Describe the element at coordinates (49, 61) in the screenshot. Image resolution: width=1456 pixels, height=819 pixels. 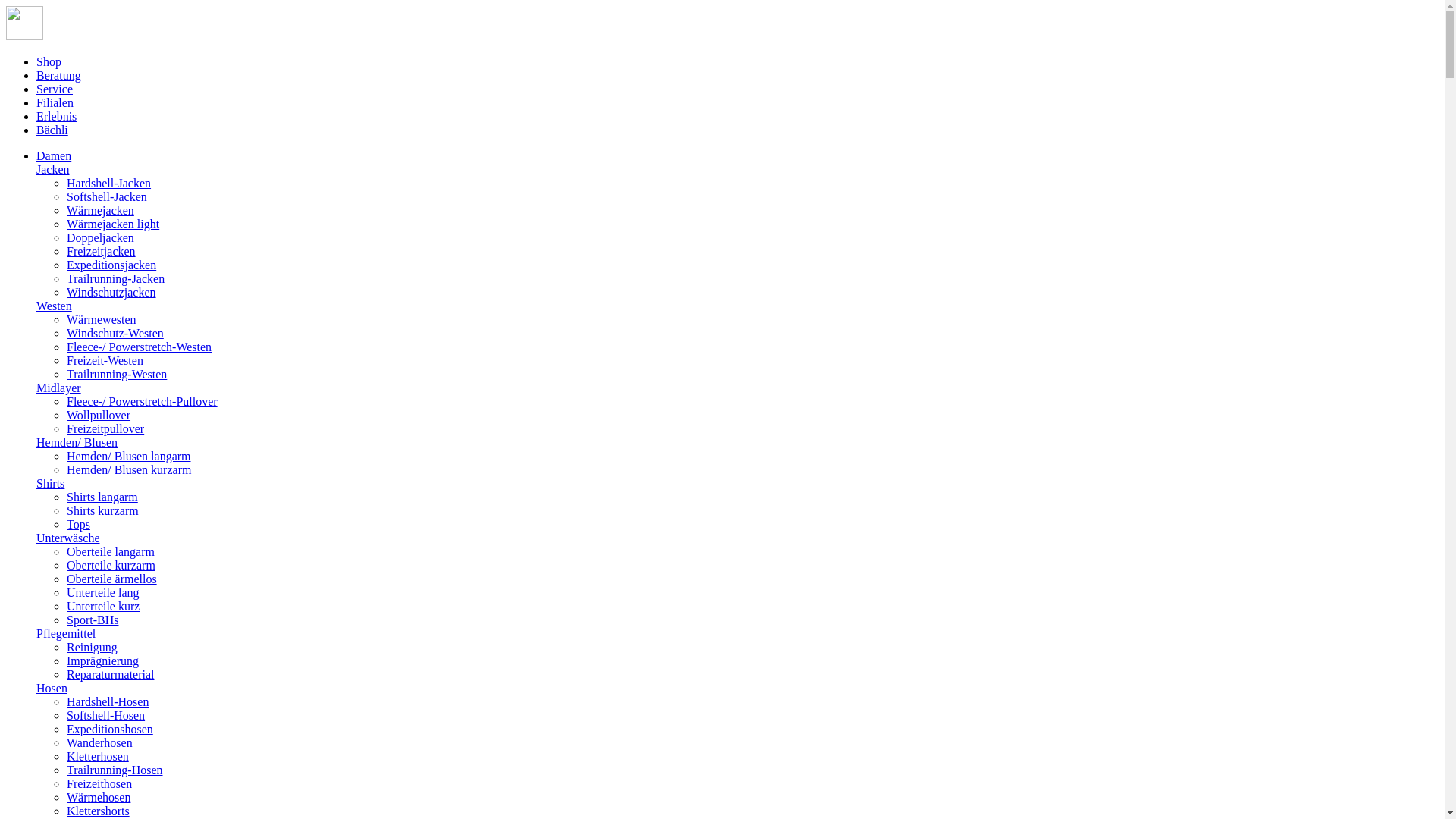
I see `'Shop'` at that location.